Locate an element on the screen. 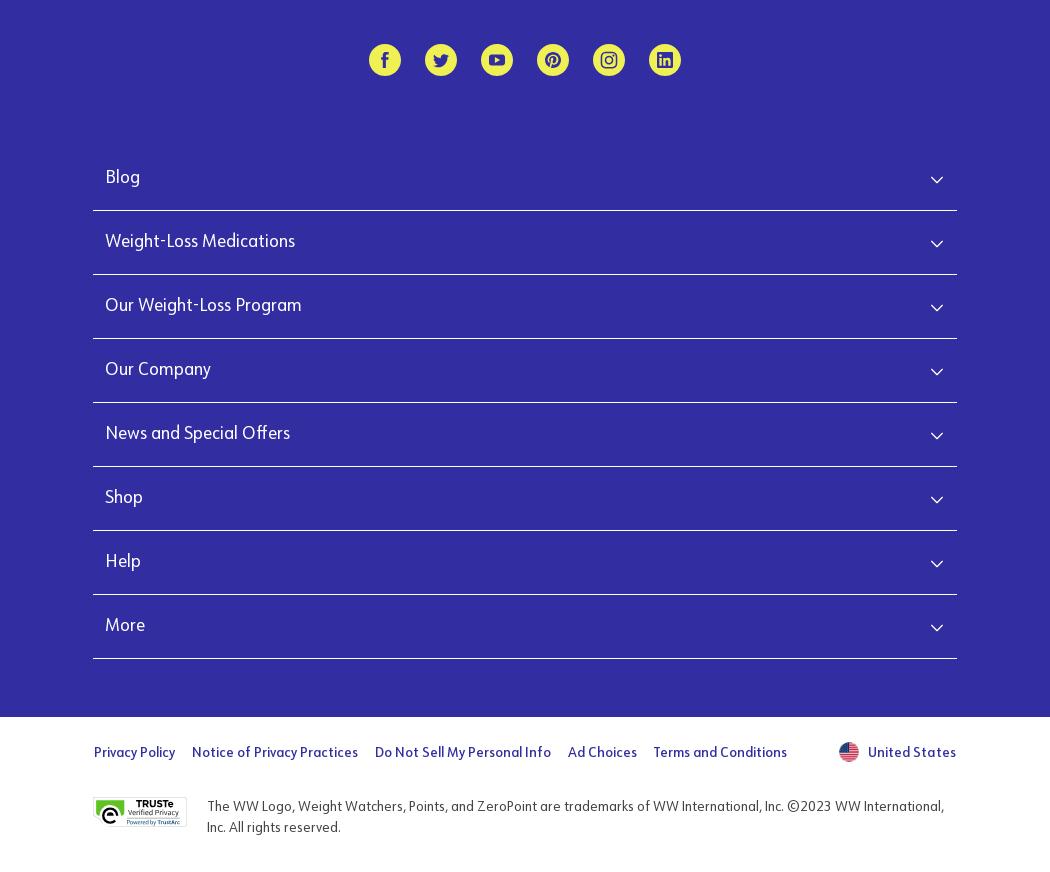  'Help' is located at coordinates (121, 560).